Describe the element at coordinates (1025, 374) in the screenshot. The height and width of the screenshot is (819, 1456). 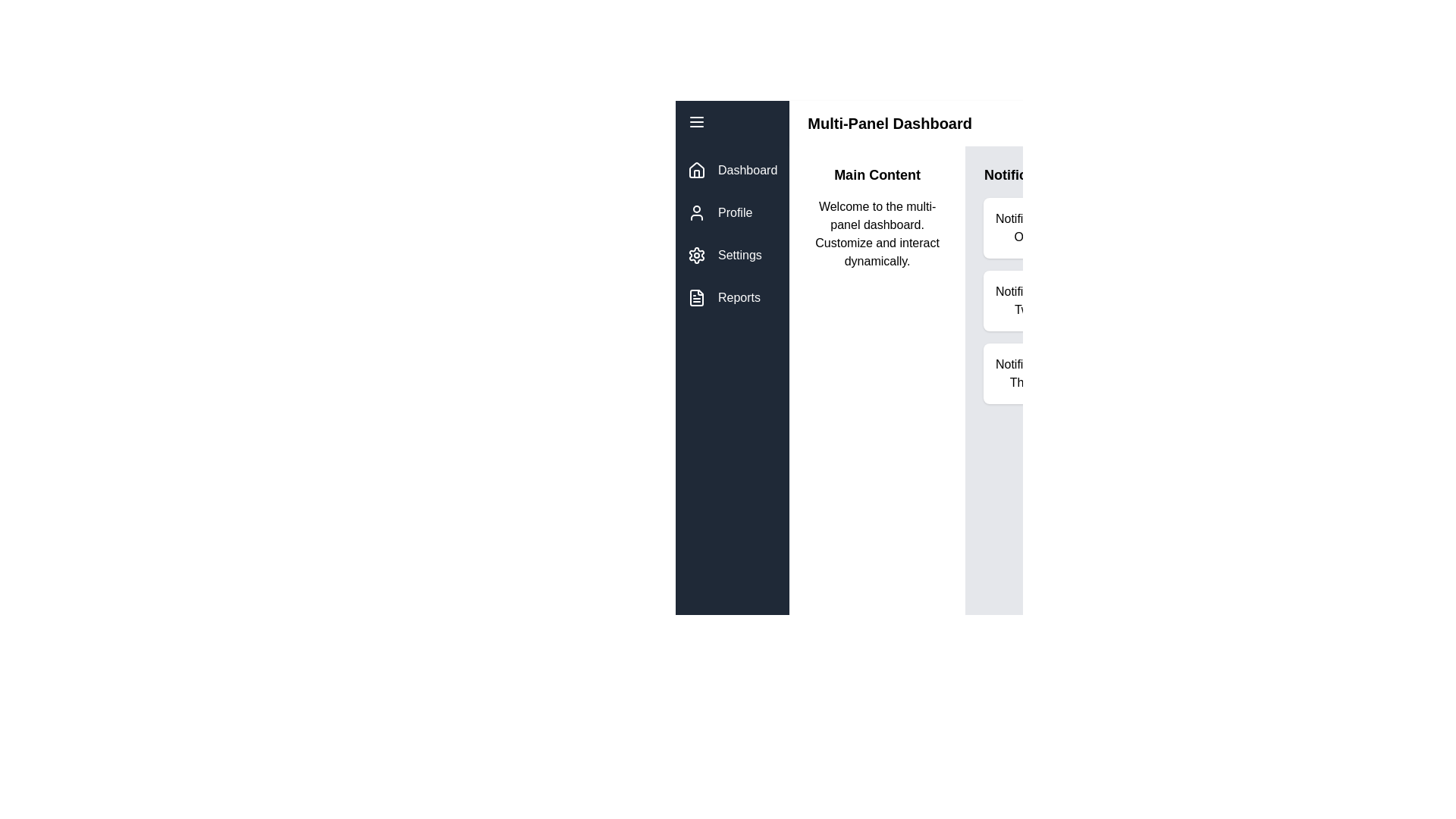
I see `the white rectangular informational card labeled 'Notification Three', which is the third item in the vertically stacked list of notifications` at that location.